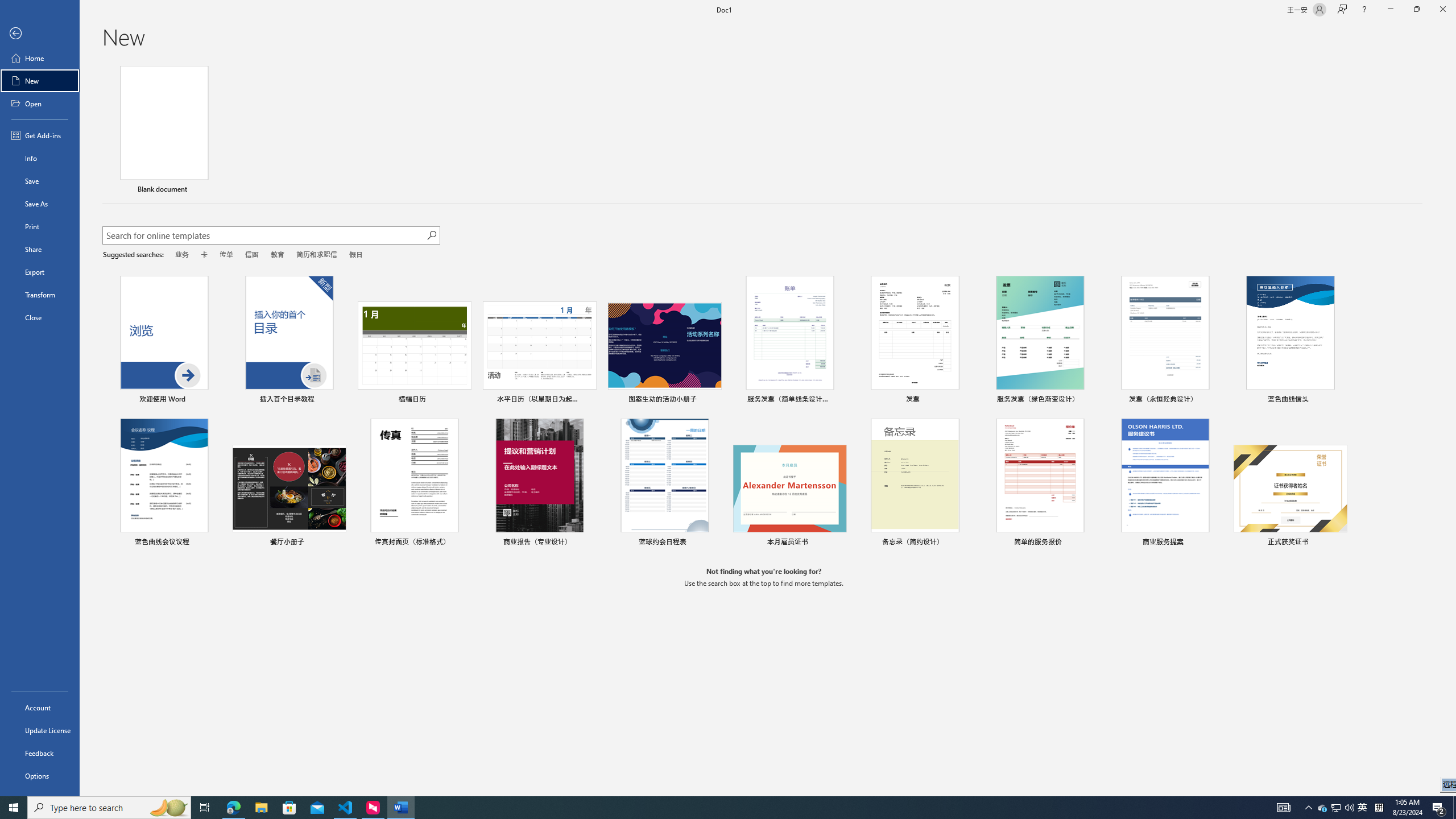 This screenshot has width=1456, height=819. Describe the element at coordinates (264, 236) in the screenshot. I see `'Search for online templates'` at that location.